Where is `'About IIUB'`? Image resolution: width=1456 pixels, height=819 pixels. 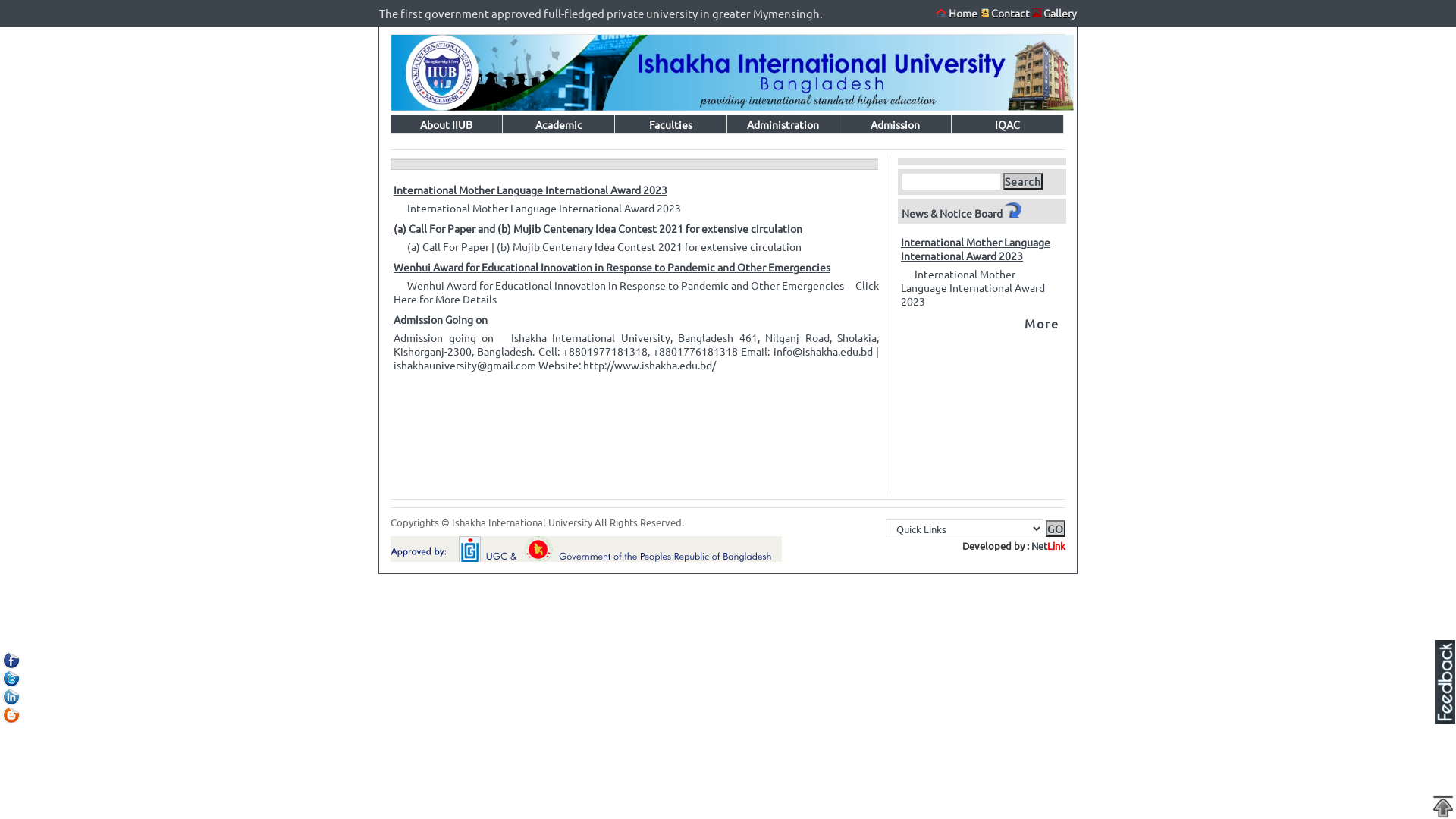
'About IIUB' is located at coordinates (446, 124).